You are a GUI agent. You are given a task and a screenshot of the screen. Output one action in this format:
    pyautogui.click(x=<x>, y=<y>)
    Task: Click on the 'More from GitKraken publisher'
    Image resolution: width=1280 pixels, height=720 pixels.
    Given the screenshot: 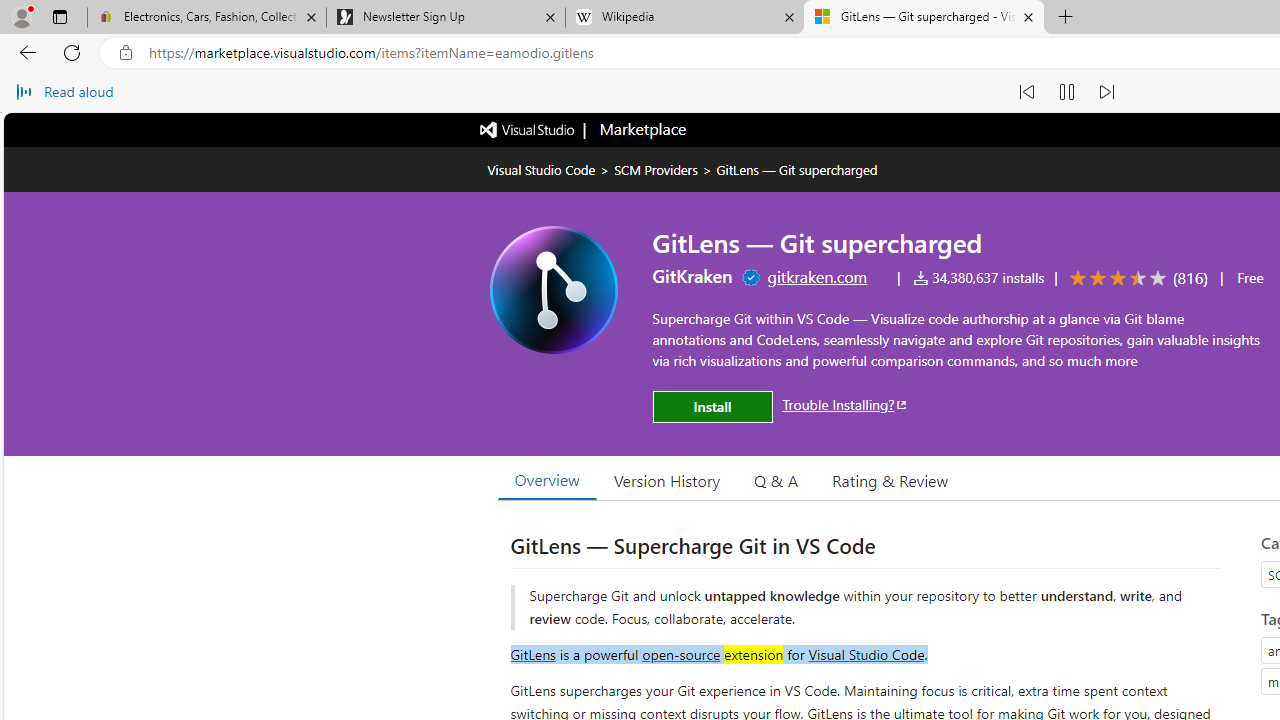 What is the action you would take?
    pyautogui.click(x=692, y=276)
    